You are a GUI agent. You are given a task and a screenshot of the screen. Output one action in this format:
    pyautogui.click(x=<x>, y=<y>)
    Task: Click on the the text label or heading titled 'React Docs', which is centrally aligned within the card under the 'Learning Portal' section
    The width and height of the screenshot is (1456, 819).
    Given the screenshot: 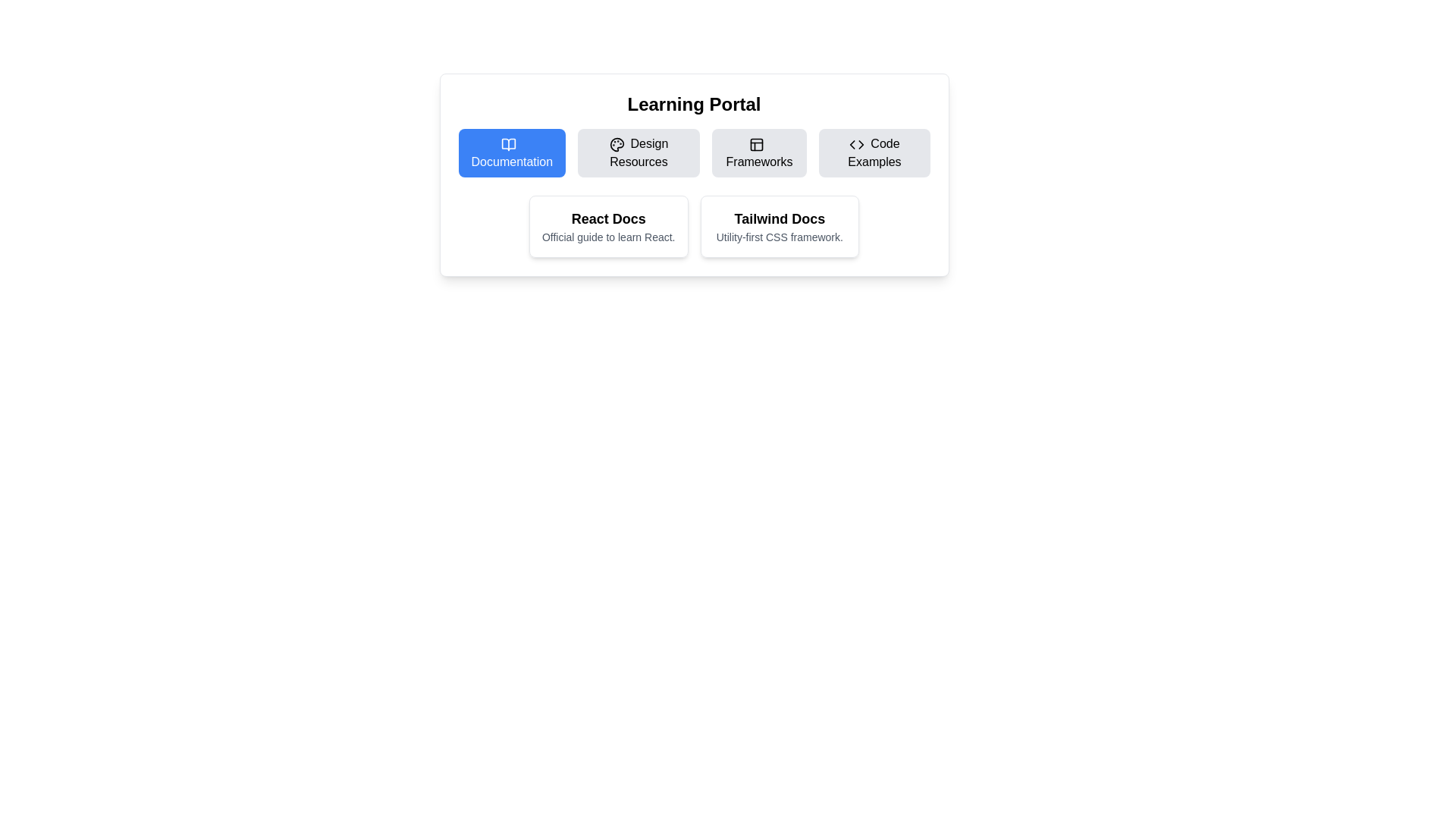 What is the action you would take?
    pyautogui.click(x=608, y=219)
    